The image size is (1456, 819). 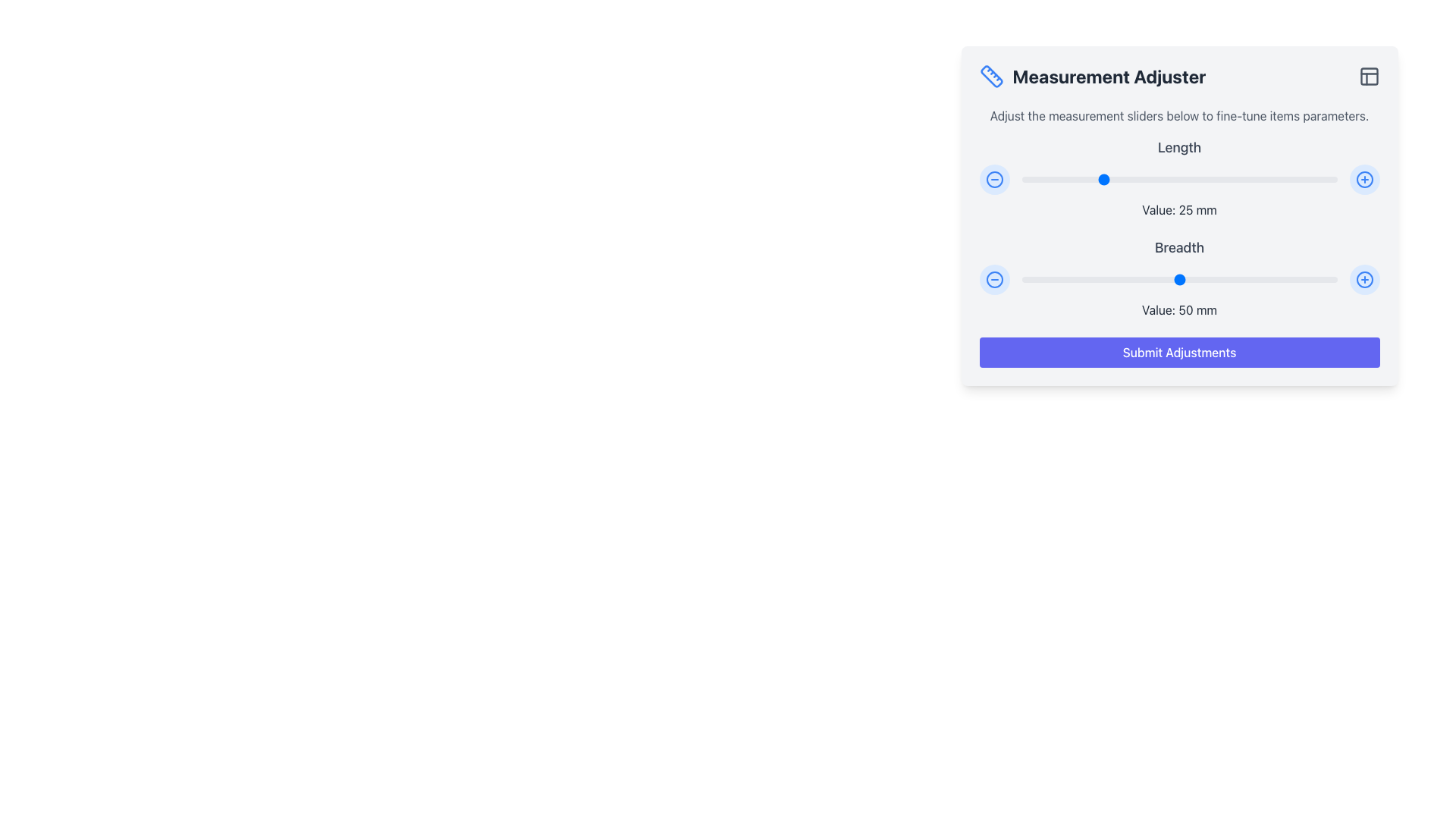 What do you see at coordinates (991, 76) in the screenshot?
I see `the blue ruler icon located to the left of the 'Measurement Adjuster' text in the header section` at bounding box center [991, 76].